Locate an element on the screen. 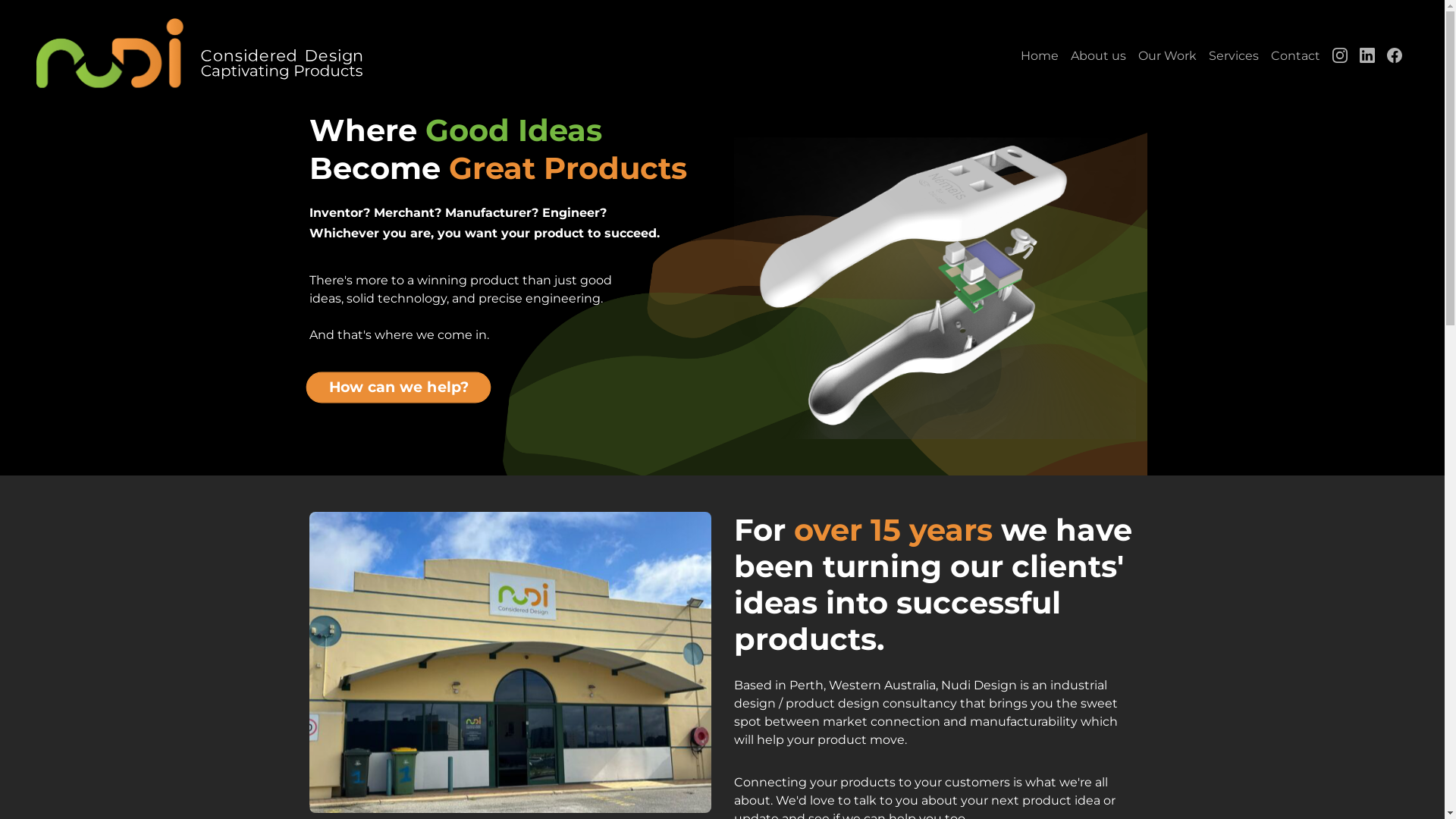 Image resolution: width=1456 pixels, height=819 pixels. 'Contact' is located at coordinates (1294, 55).